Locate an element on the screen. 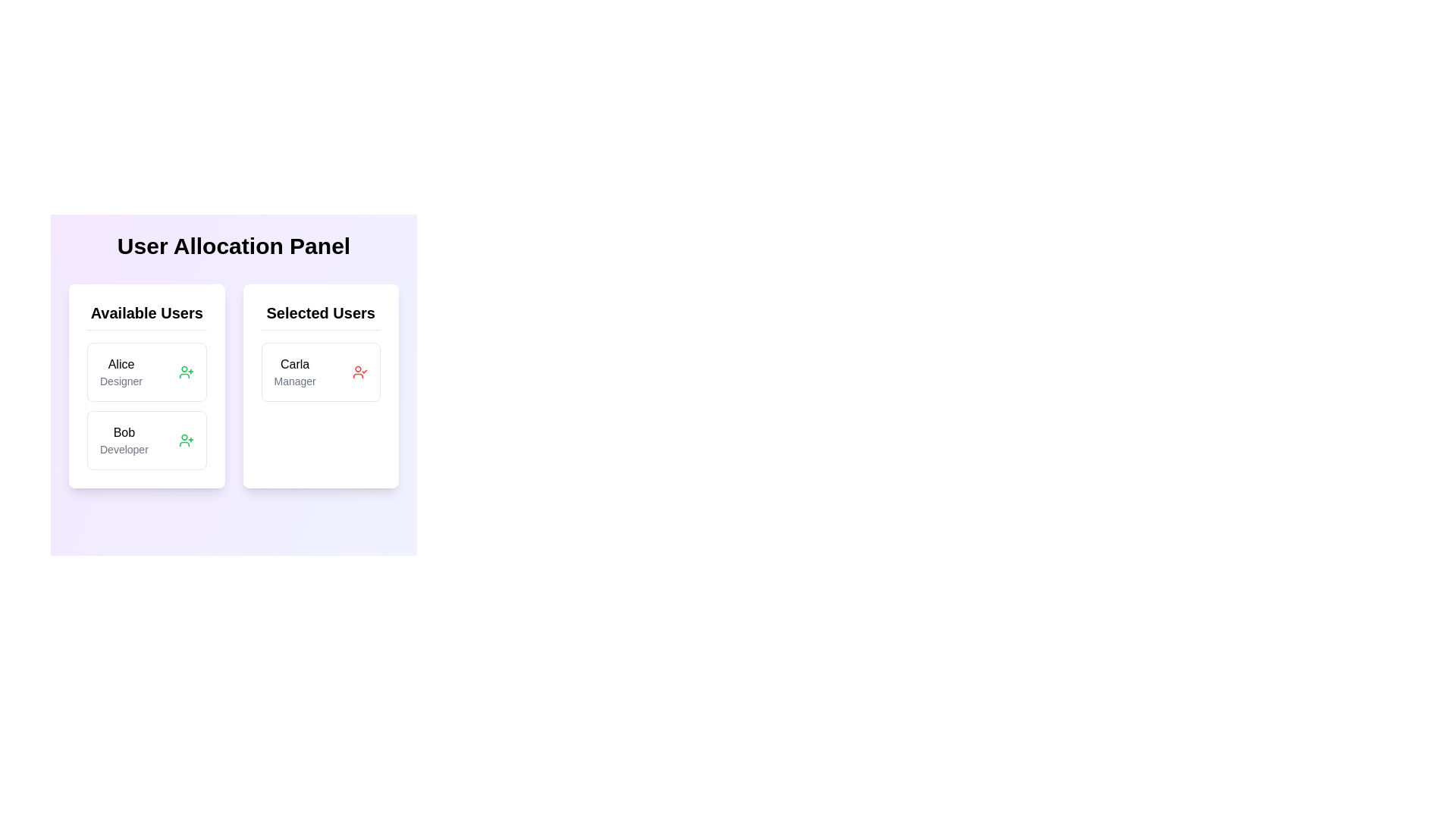 The height and width of the screenshot is (819, 1456). the text label 'Bob' located in the 'Available Users' column of the 'User Allocation Panel', positioned above 'Developer' and aligned with the user icon is located at coordinates (124, 432).